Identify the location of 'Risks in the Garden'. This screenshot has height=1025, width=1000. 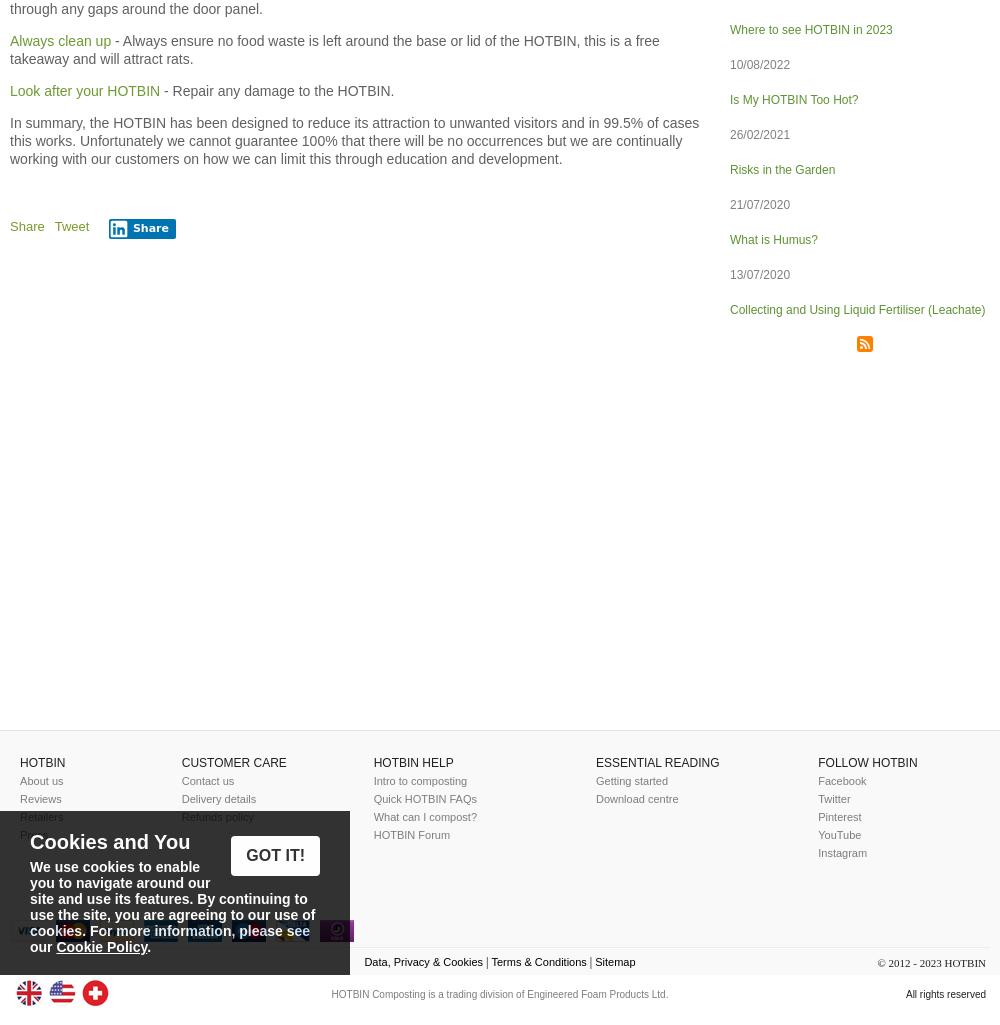
(782, 169).